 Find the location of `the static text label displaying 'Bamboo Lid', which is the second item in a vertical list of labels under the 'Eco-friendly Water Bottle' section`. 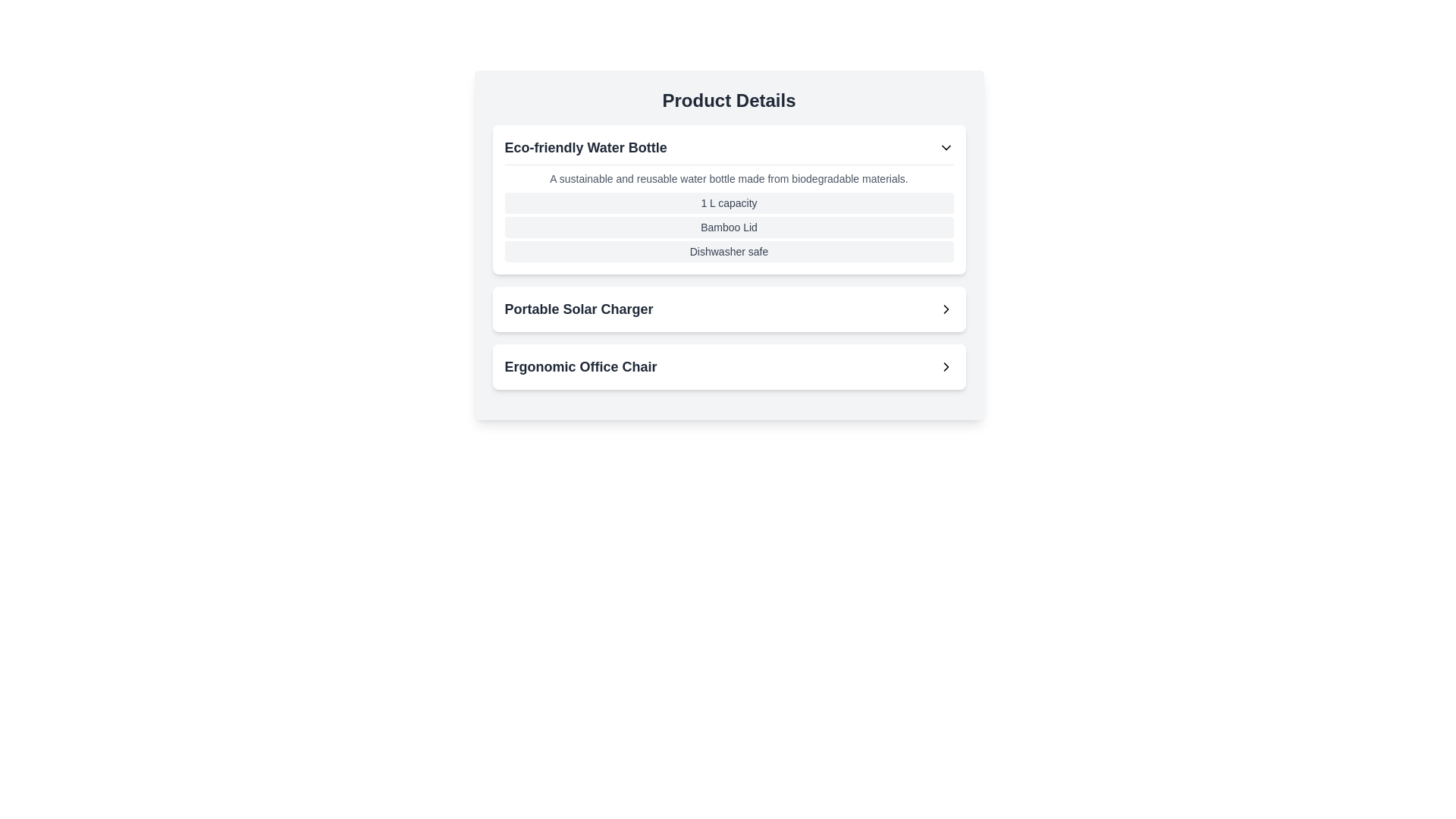

the static text label displaying 'Bamboo Lid', which is the second item in a vertical list of labels under the 'Eco-friendly Water Bottle' section is located at coordinates (729, 227).